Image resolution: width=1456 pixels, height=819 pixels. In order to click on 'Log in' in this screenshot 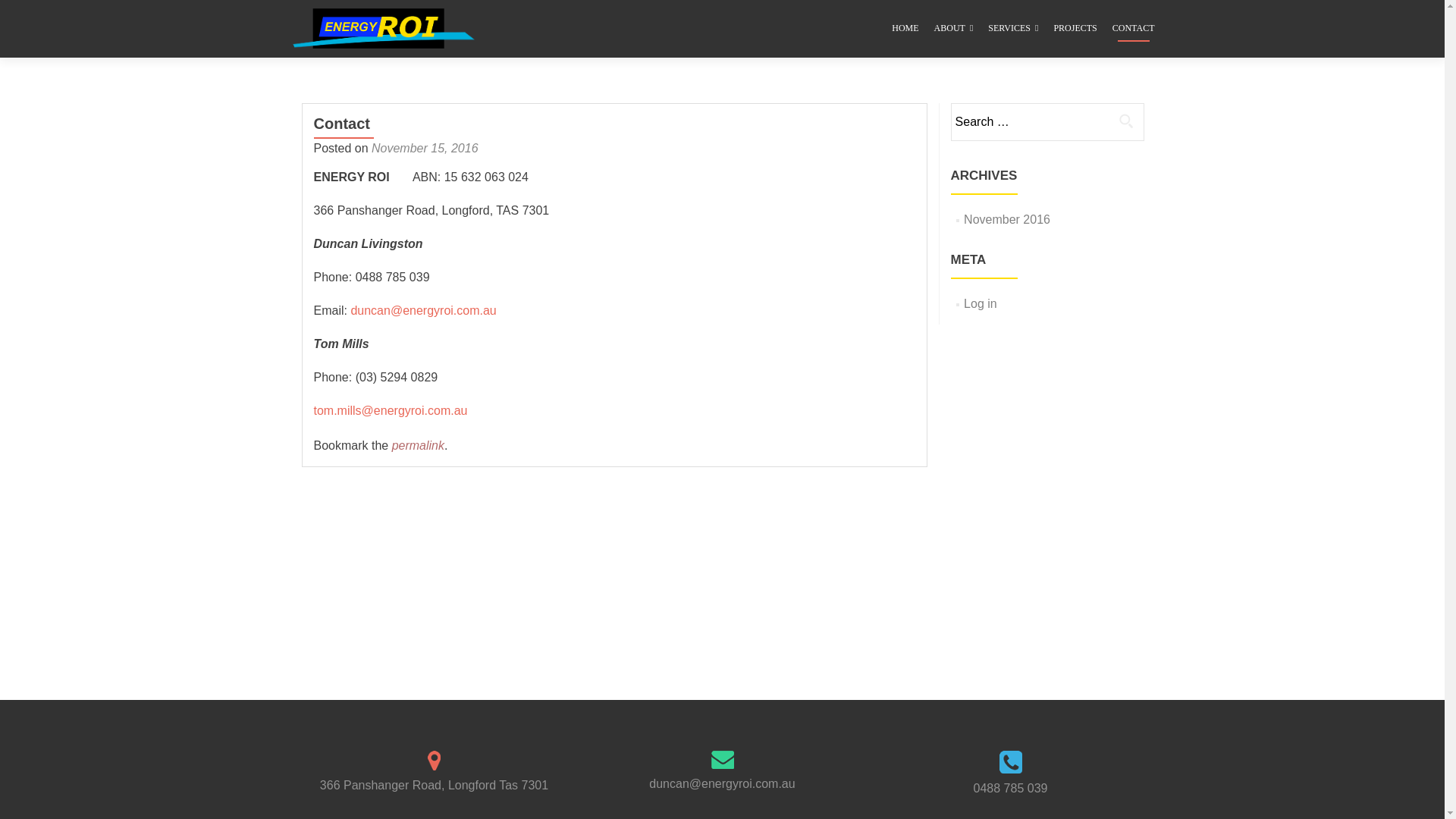, I will do `click(980, 303)`.